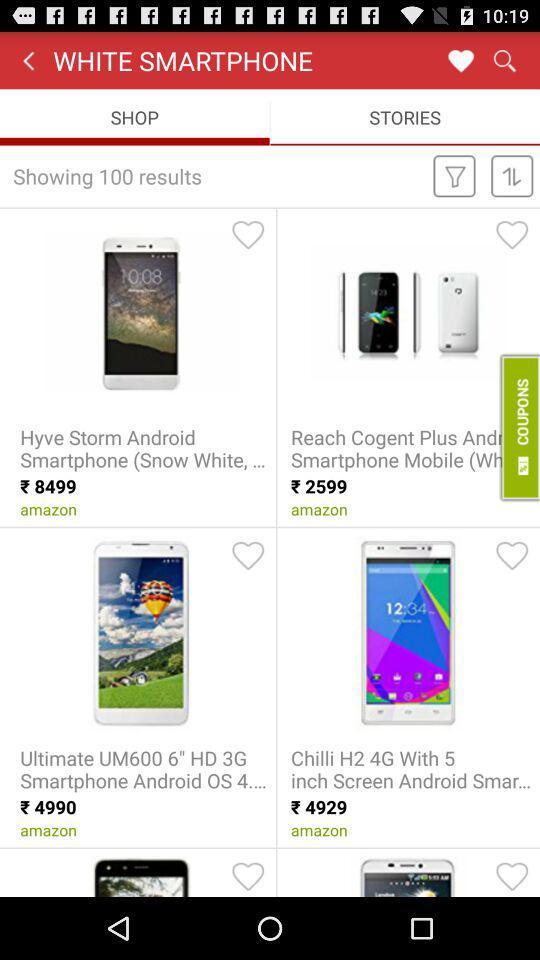 The height and width of the screenshot is (960, 540). Describe the element at coordinates (248, 555) in the screenshot. I see `like this item` at that location.